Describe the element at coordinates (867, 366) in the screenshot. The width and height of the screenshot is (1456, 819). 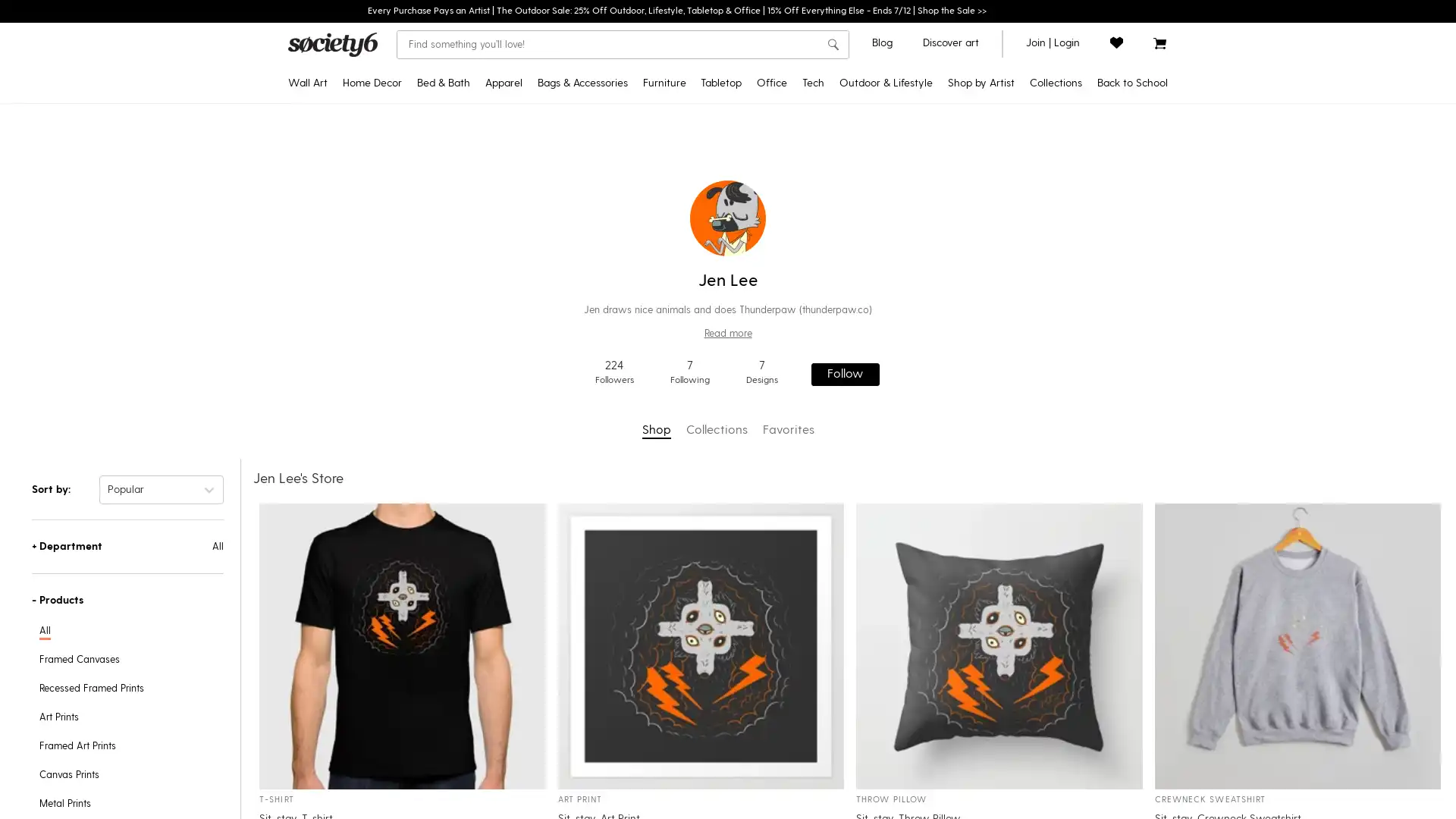
I see `Laptop Skins` at that location.